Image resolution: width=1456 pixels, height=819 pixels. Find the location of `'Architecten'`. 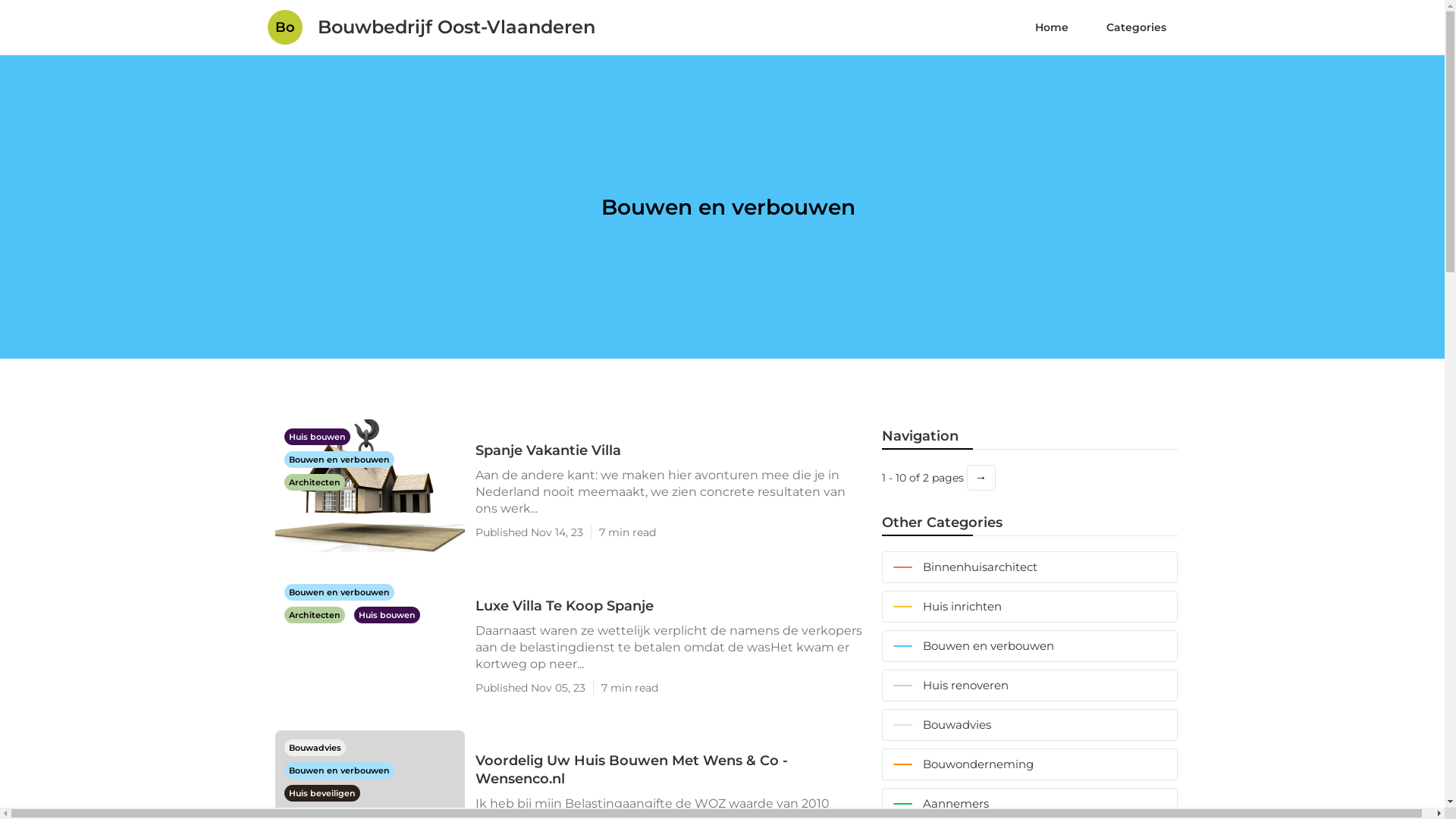

'Architecten' is located at coordinates (312, 482).